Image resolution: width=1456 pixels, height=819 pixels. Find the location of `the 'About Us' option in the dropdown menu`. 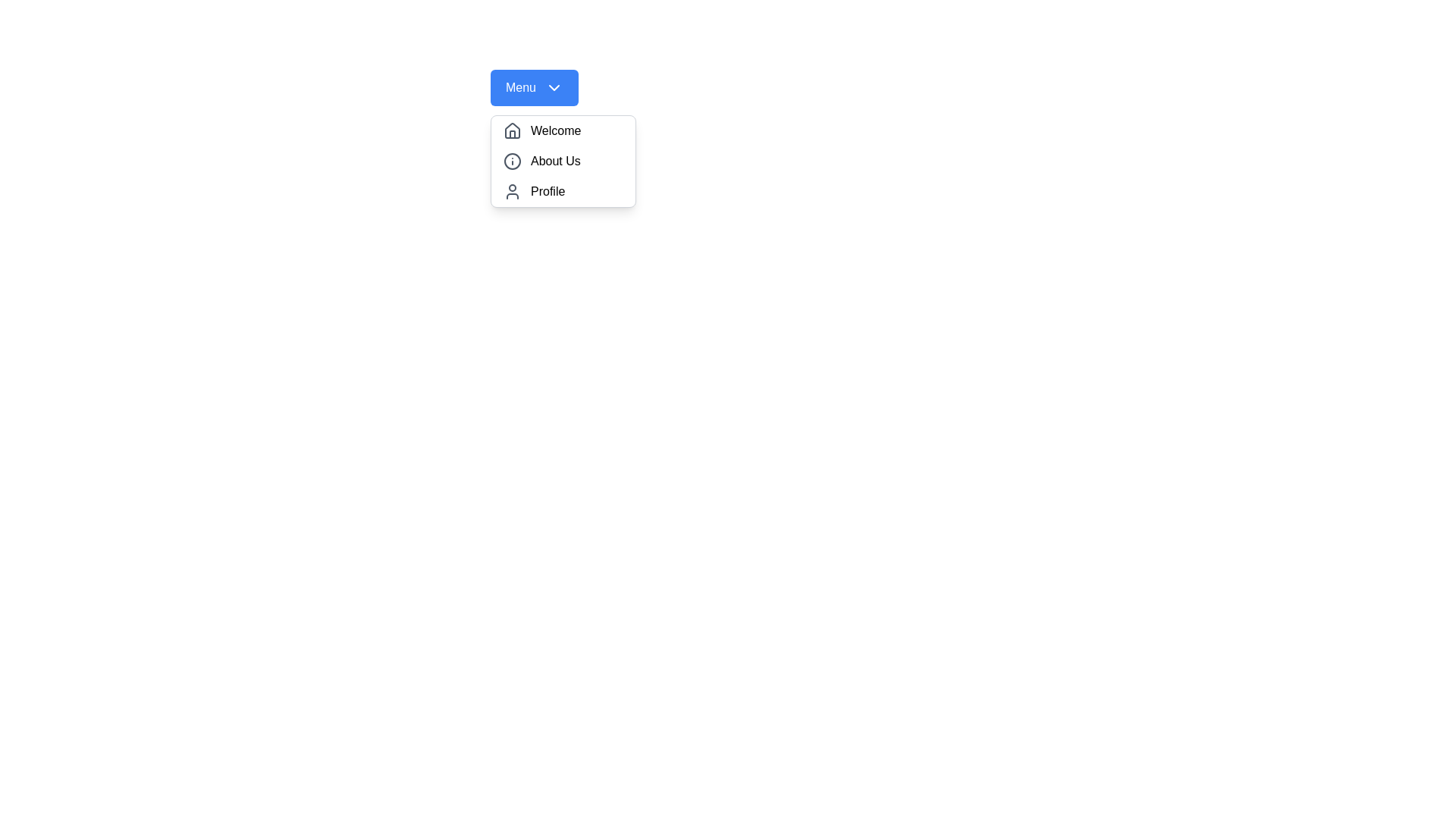

the 'About Us' option in the dropdown menu is located at coordinates (563, 161).